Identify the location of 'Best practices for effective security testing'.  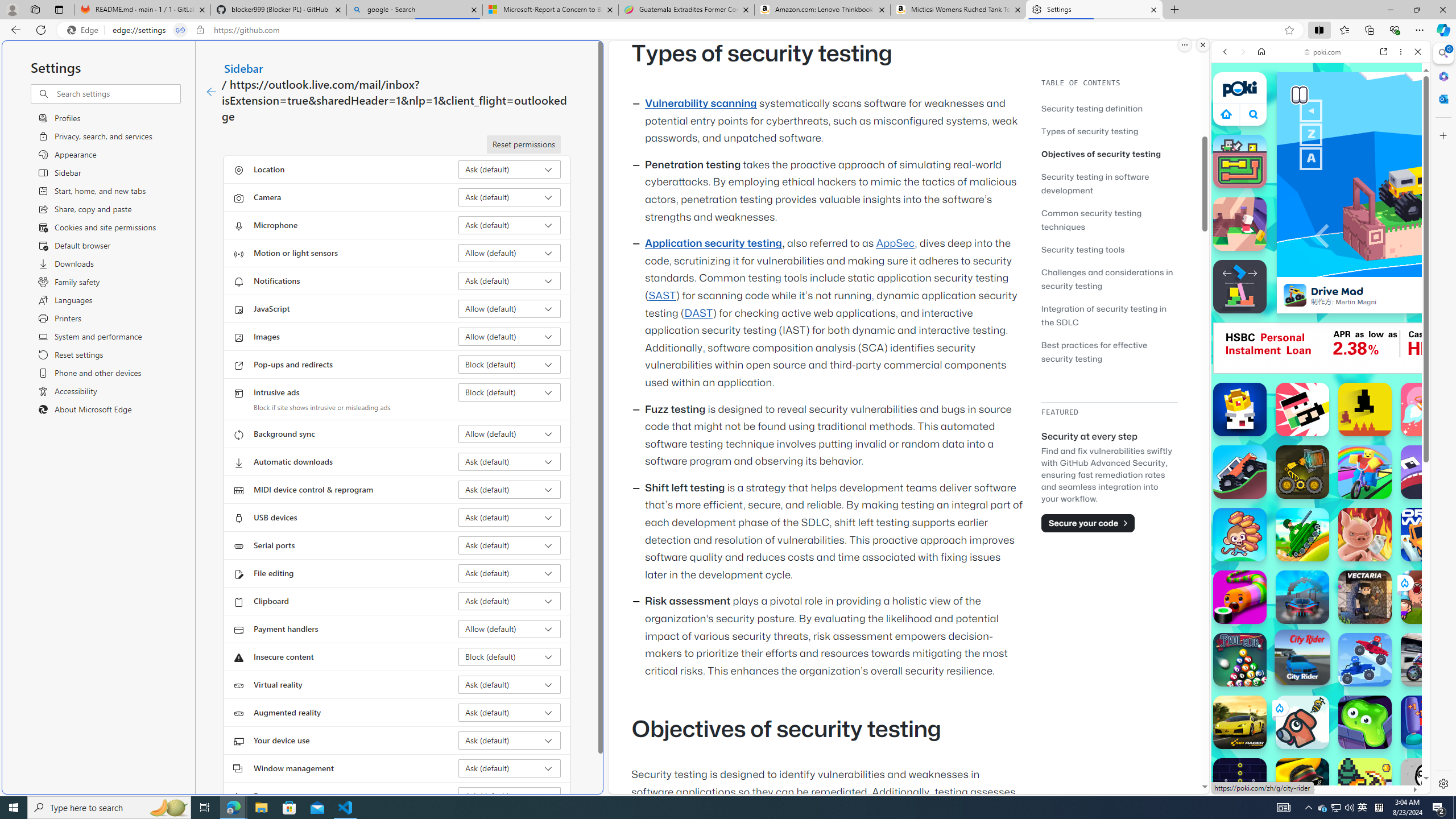
(1094, 351).